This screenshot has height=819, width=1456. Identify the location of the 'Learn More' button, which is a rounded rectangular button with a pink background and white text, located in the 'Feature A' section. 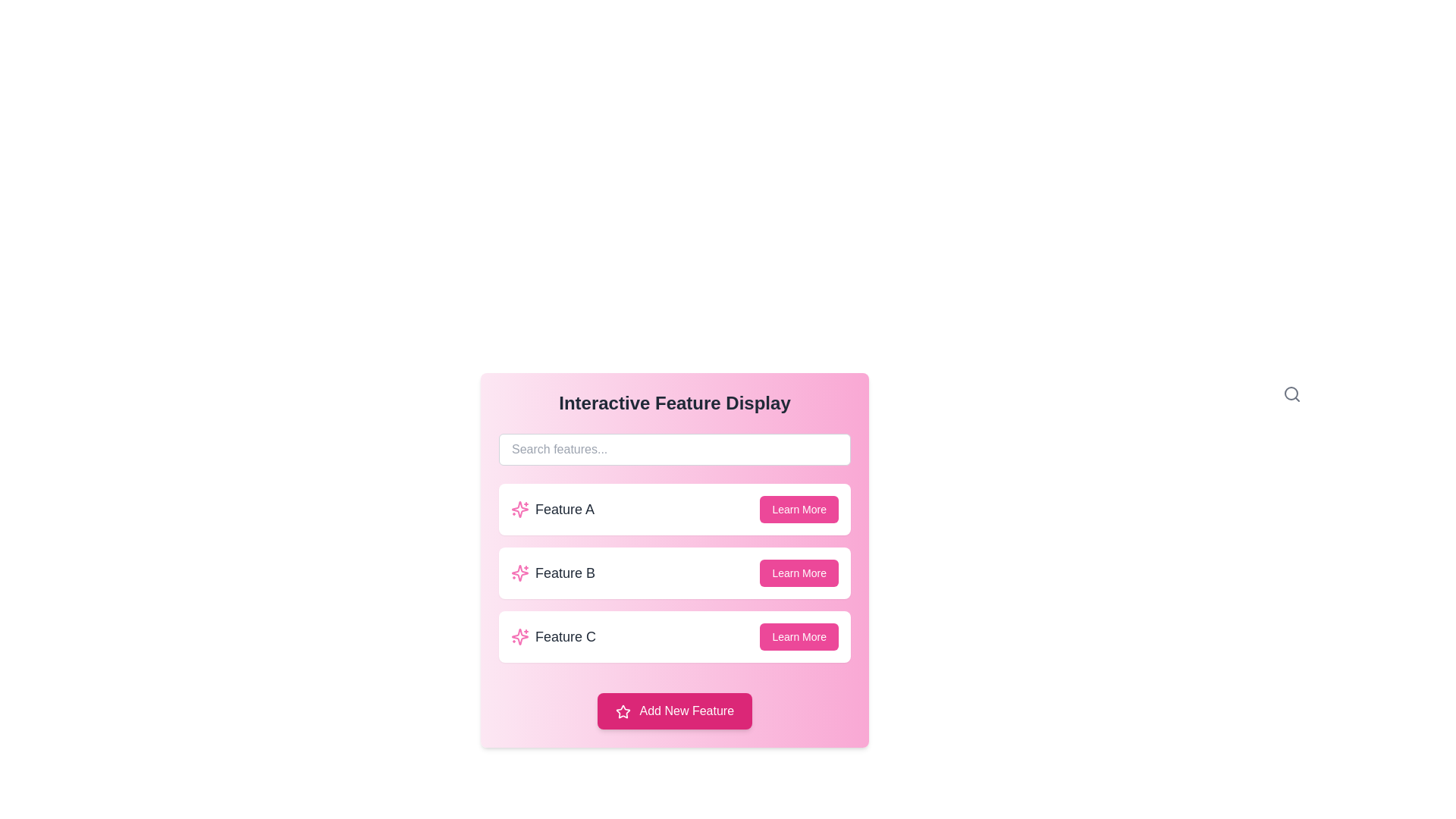
(799, 509).